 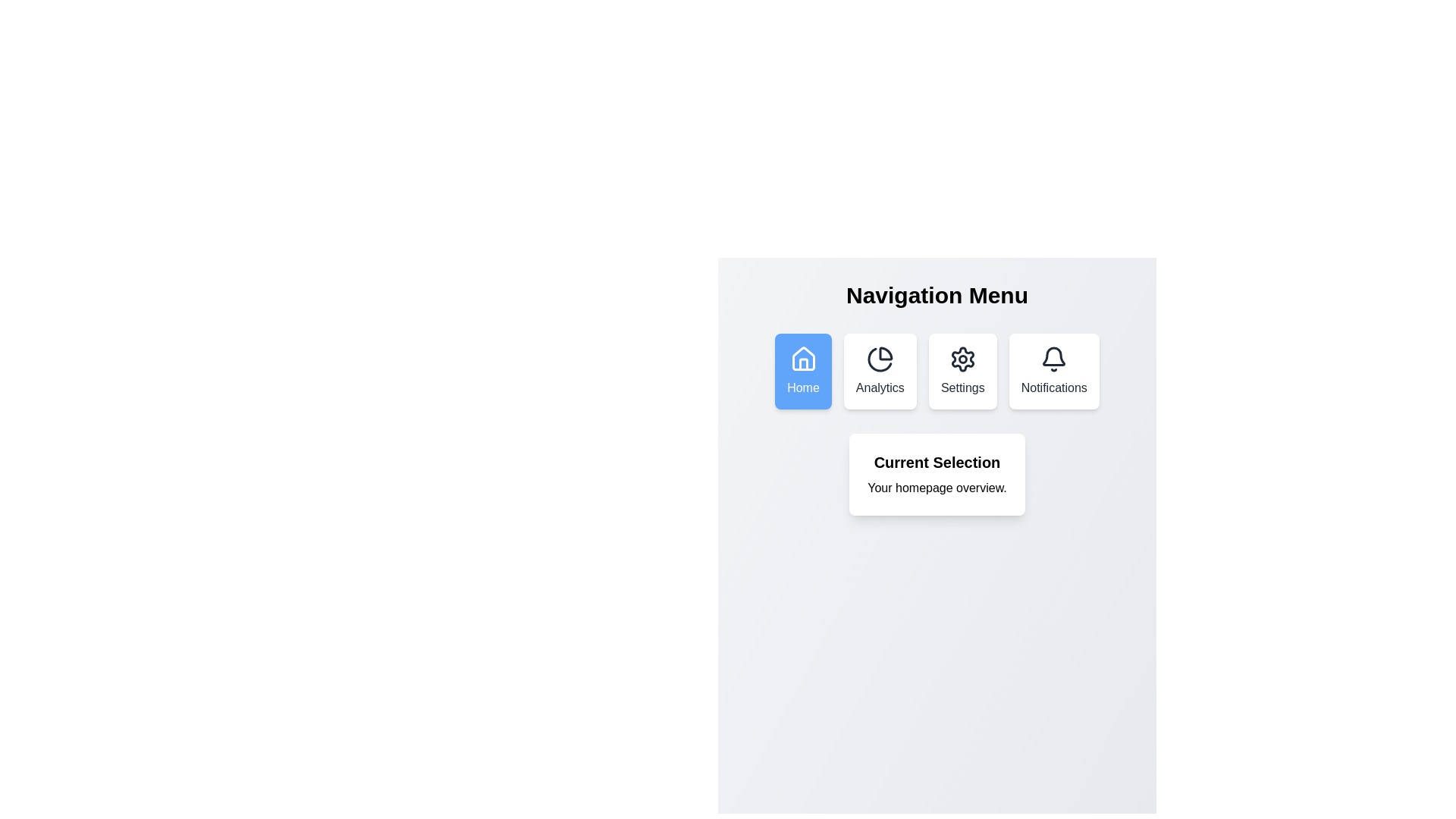 I want to click on the menu item labeled Home to navigate to the corresponding section, so click(x=802, y=371).